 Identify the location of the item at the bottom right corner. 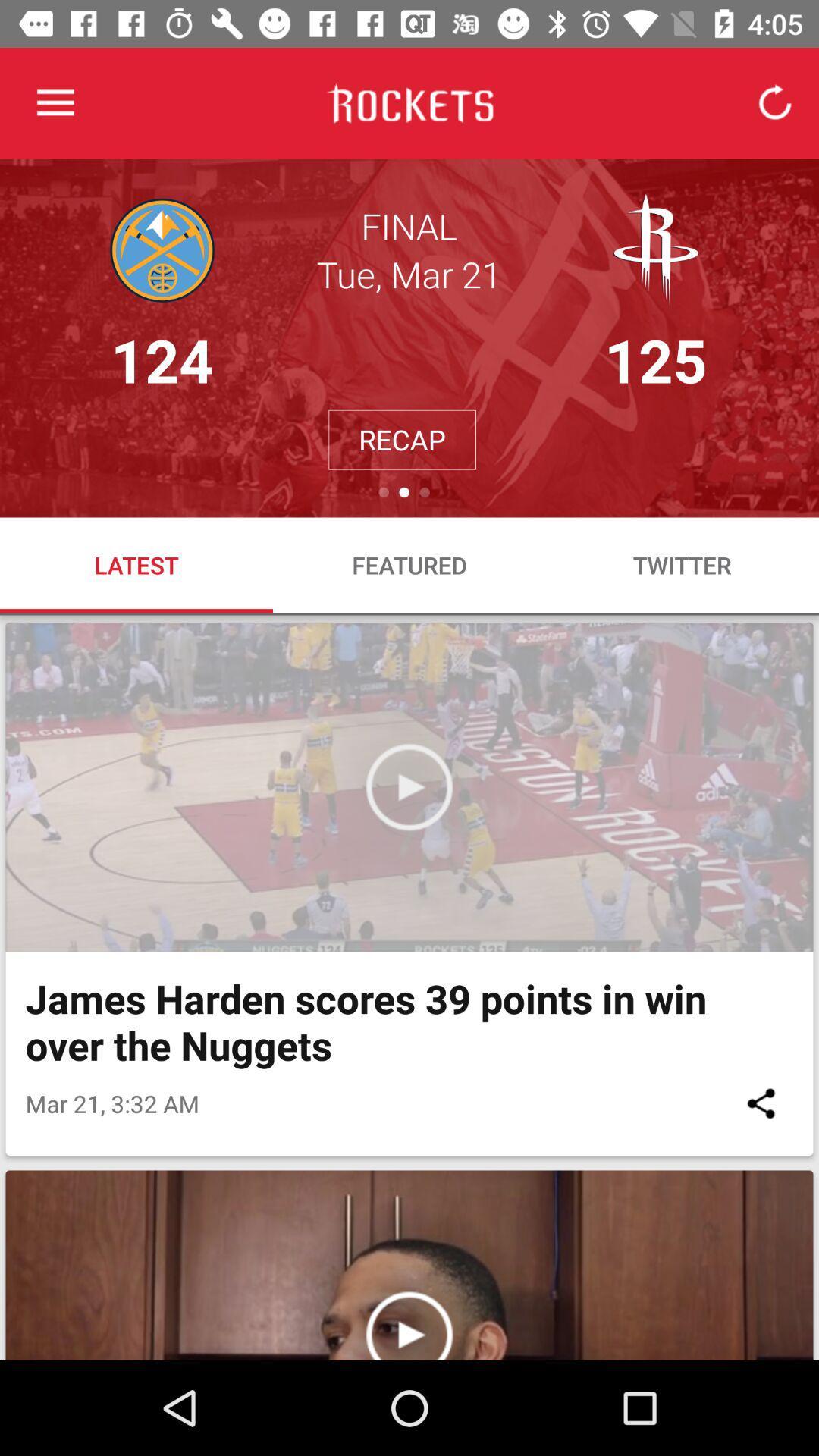
(761, 1103).